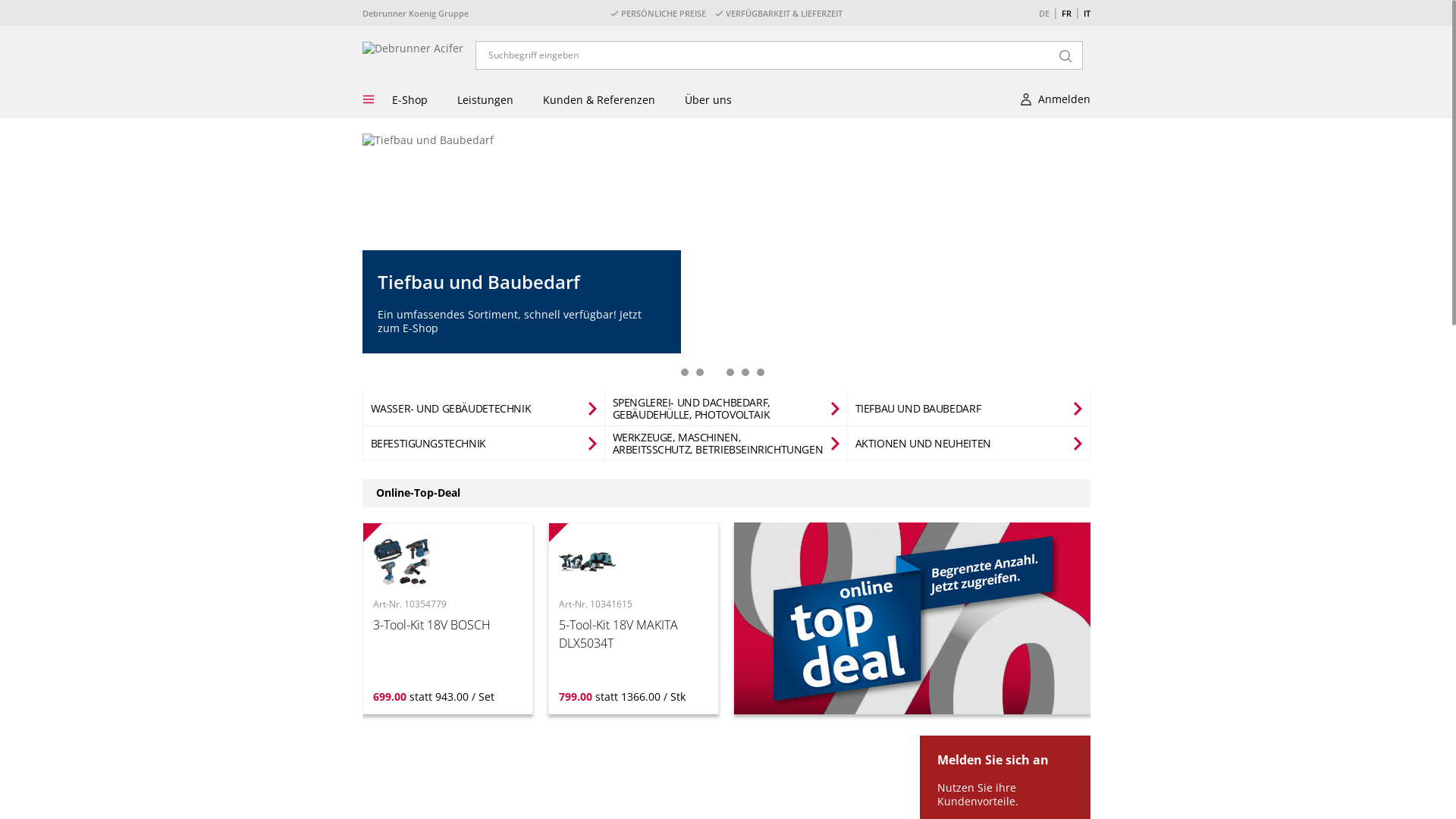 This screenshot has height=819, width=1456. What do you see at coordinates (362, 48) in the screenshot?
I see `'Debrunner Acifer'` at bounding box center [362, 48].